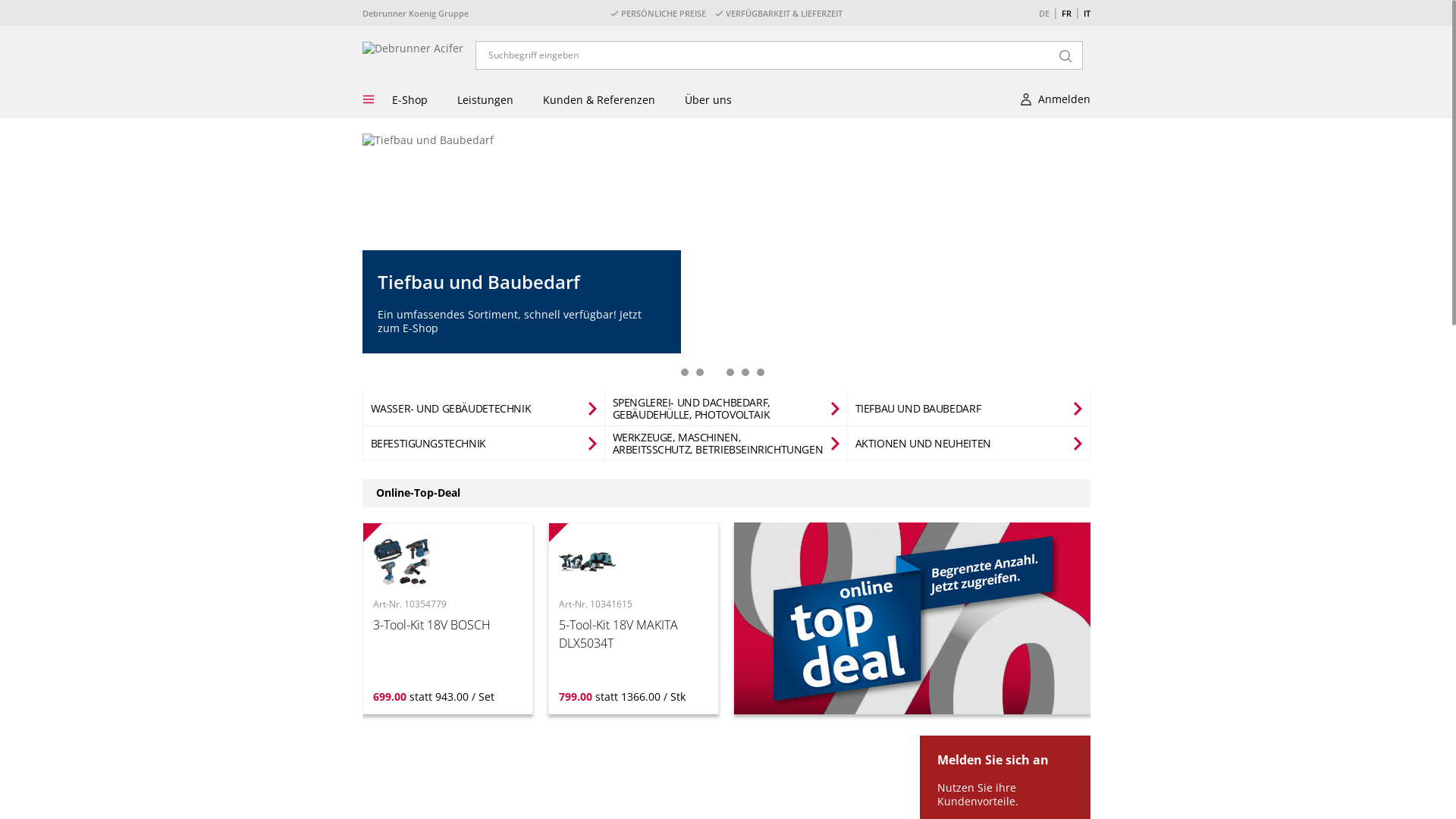 This screenshot has height=819, width=1456. What do you see at coordinates (362, 48) in the screenshot?
I see `'Debrunner Acifer'` at bounding box center [362, 48].